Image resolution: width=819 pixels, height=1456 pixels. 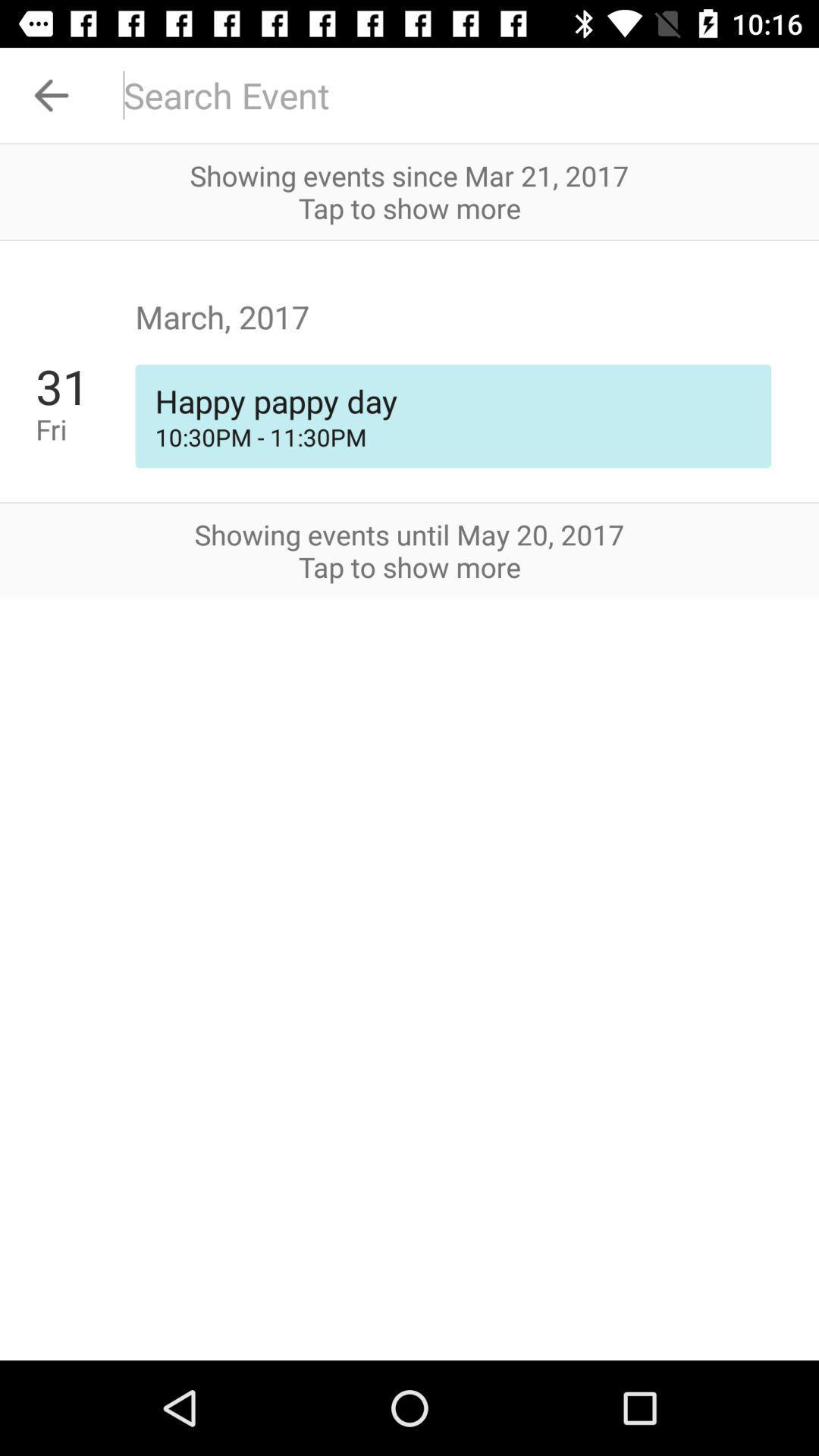 What do you see at coordinates (452, 436) in the screenshot?
I see `the item below the happy pappy day item` at bounding box center [452, 436].